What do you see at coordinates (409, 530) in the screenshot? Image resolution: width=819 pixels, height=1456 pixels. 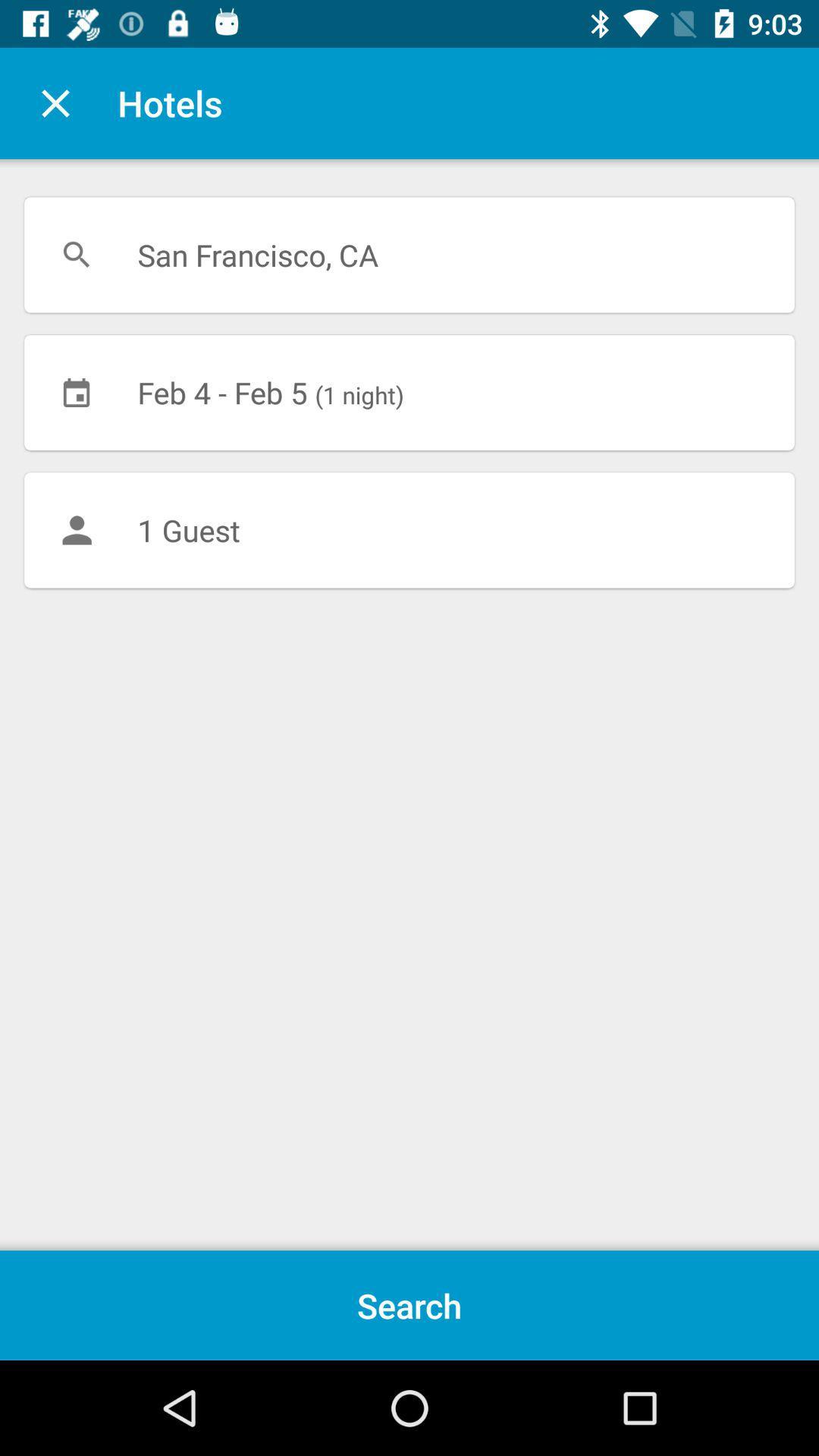 I see `the icon below the feb 4 feb item` at bounding box center [409, 530].